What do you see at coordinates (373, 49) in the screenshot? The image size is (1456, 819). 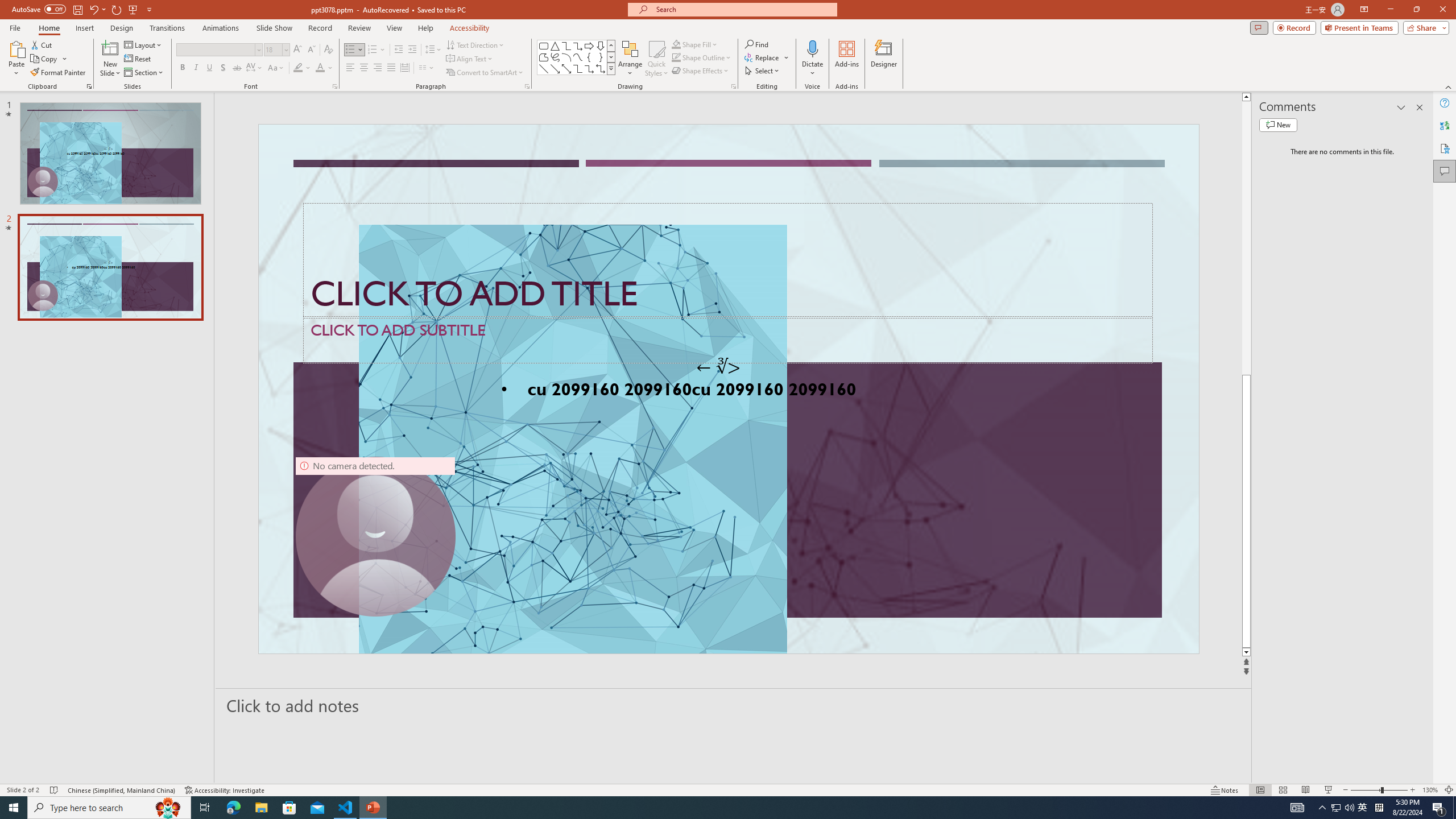 I see `'Numbering'` at bounding box center [373, 49].